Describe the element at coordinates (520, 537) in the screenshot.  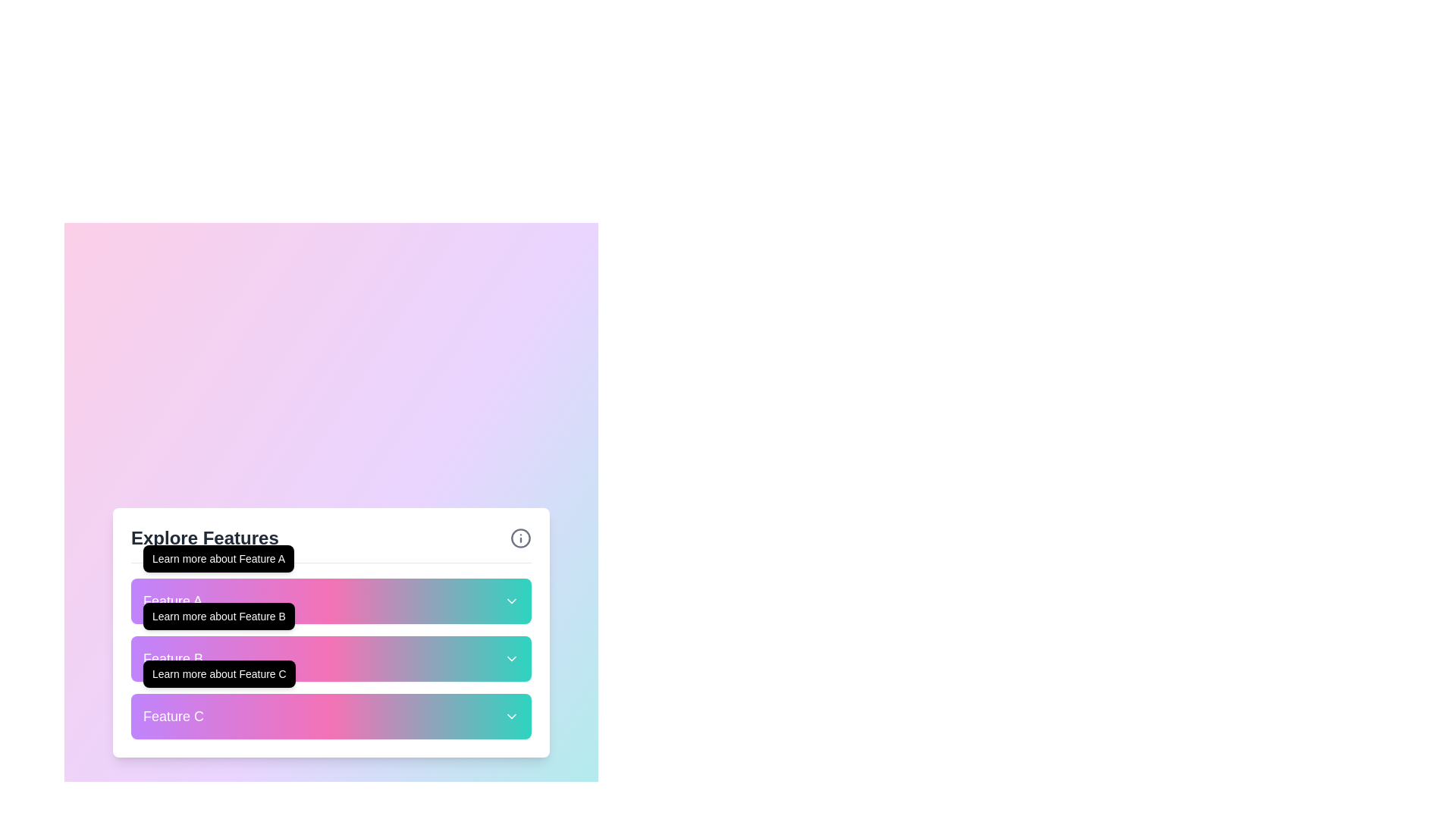
I see `the border circle of the information icon located at the top-right corner of the card-like structure` at that location.